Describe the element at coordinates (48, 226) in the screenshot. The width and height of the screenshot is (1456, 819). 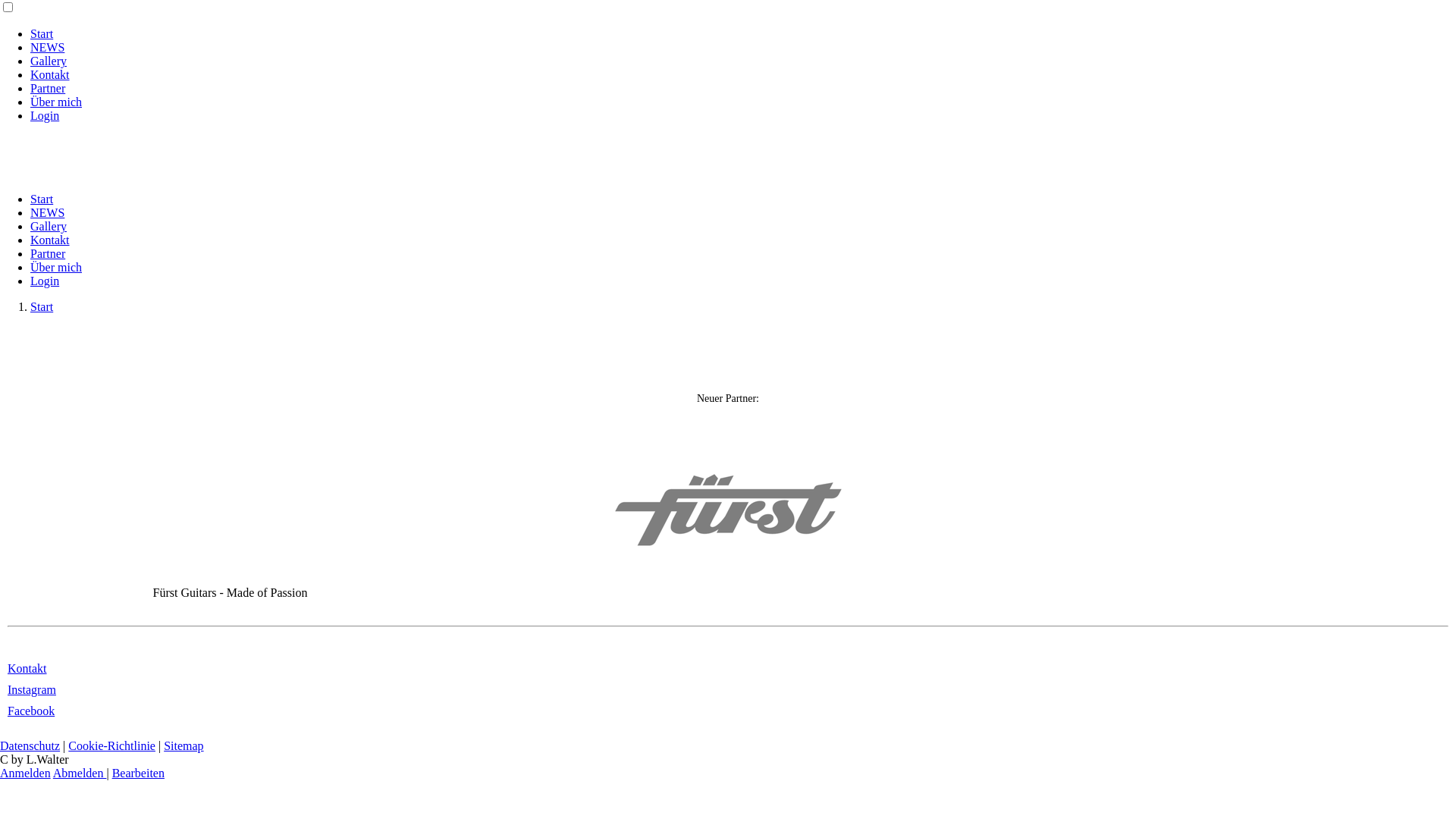
I see `'Gallery'` at that location.